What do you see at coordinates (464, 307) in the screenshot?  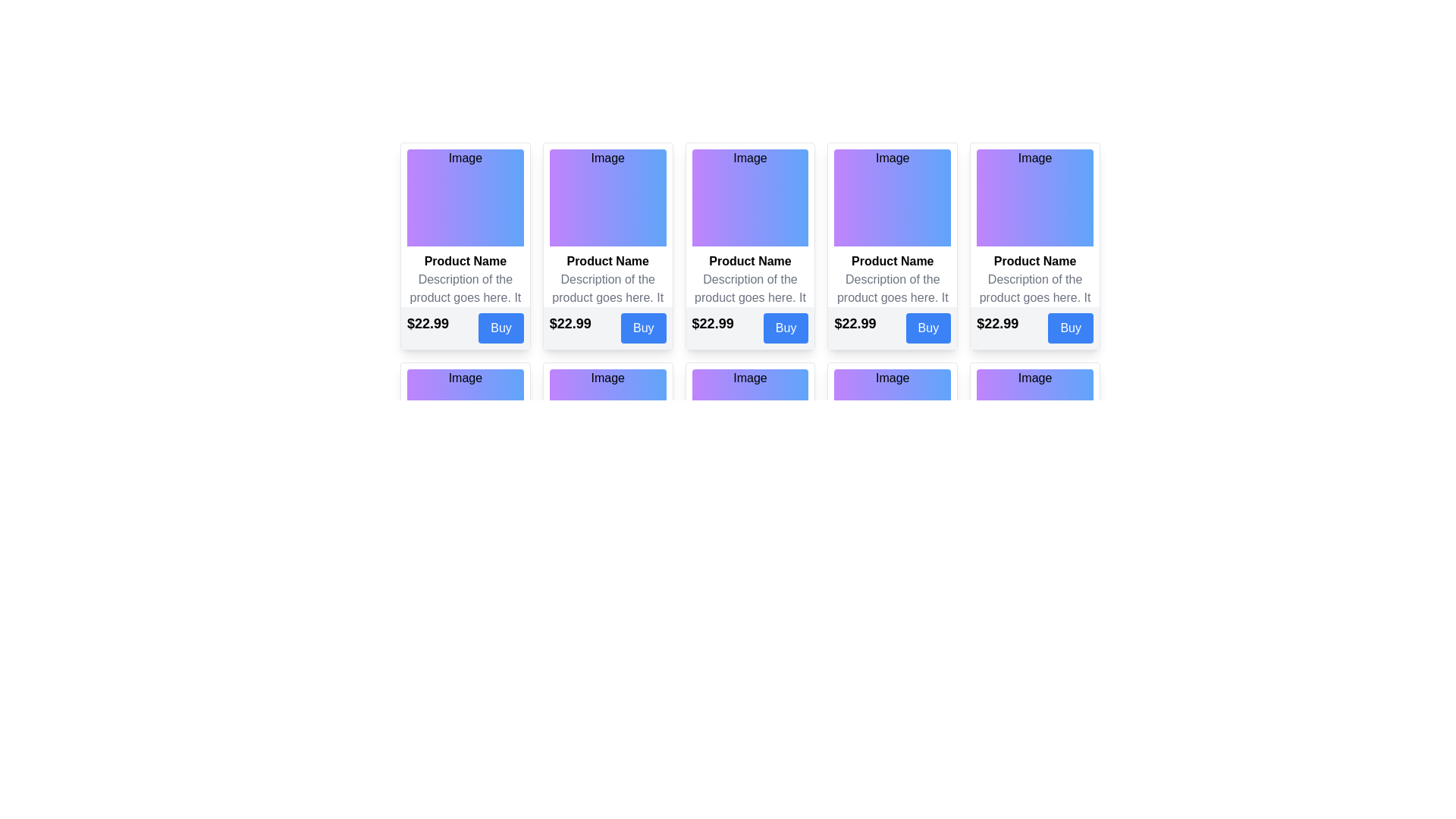 I see `the textual block containing the product description, which is located beneath the heading 'Product Name' and above the price section in the first product card` at bounding box center [464, 307].